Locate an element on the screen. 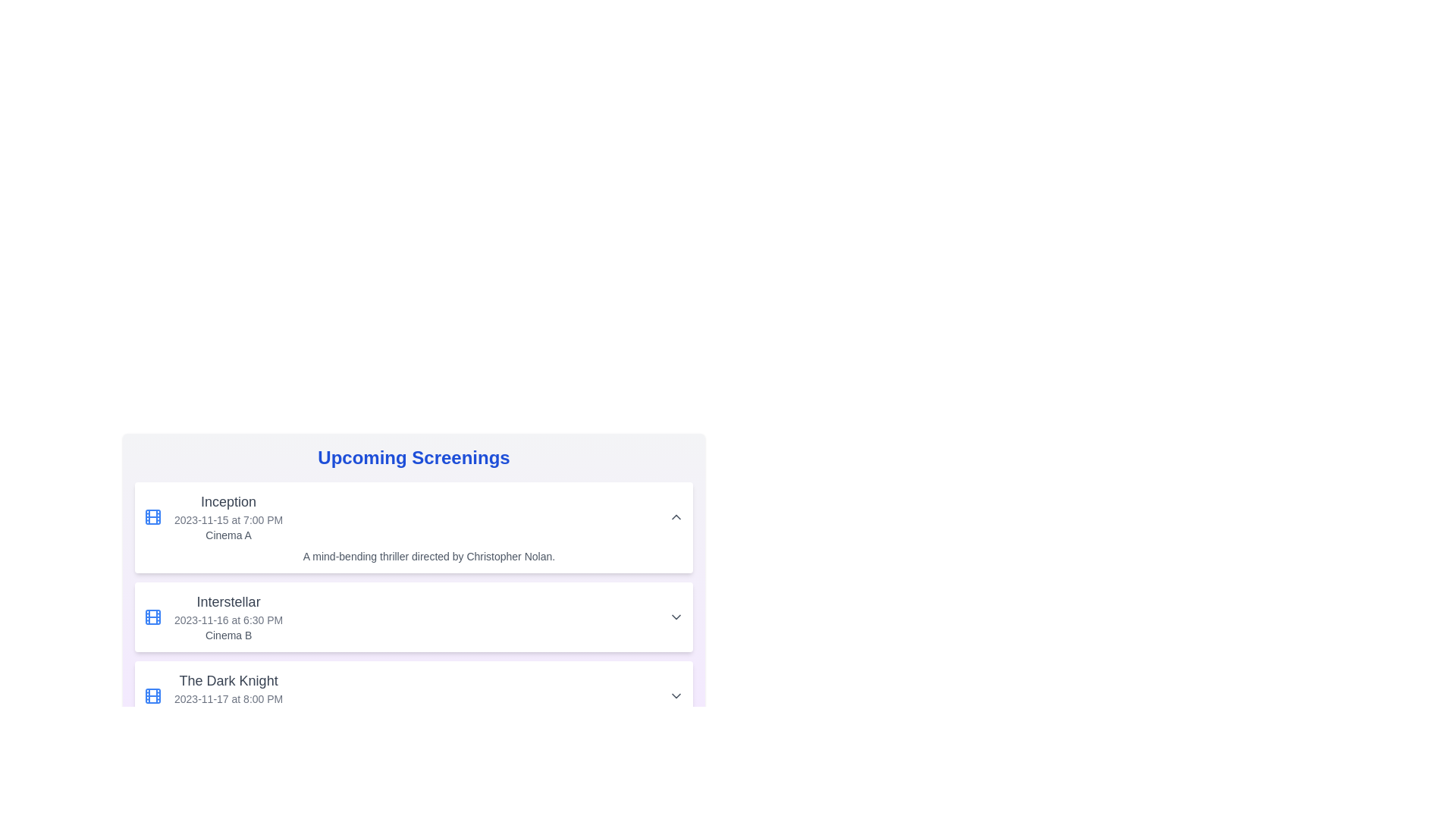 This screenshot has width=1456, height=819. the information card displaying details about the screening of the movie 'Inception', which is the first card in the list of upcoming screenings is located at coordinates (414, 526).